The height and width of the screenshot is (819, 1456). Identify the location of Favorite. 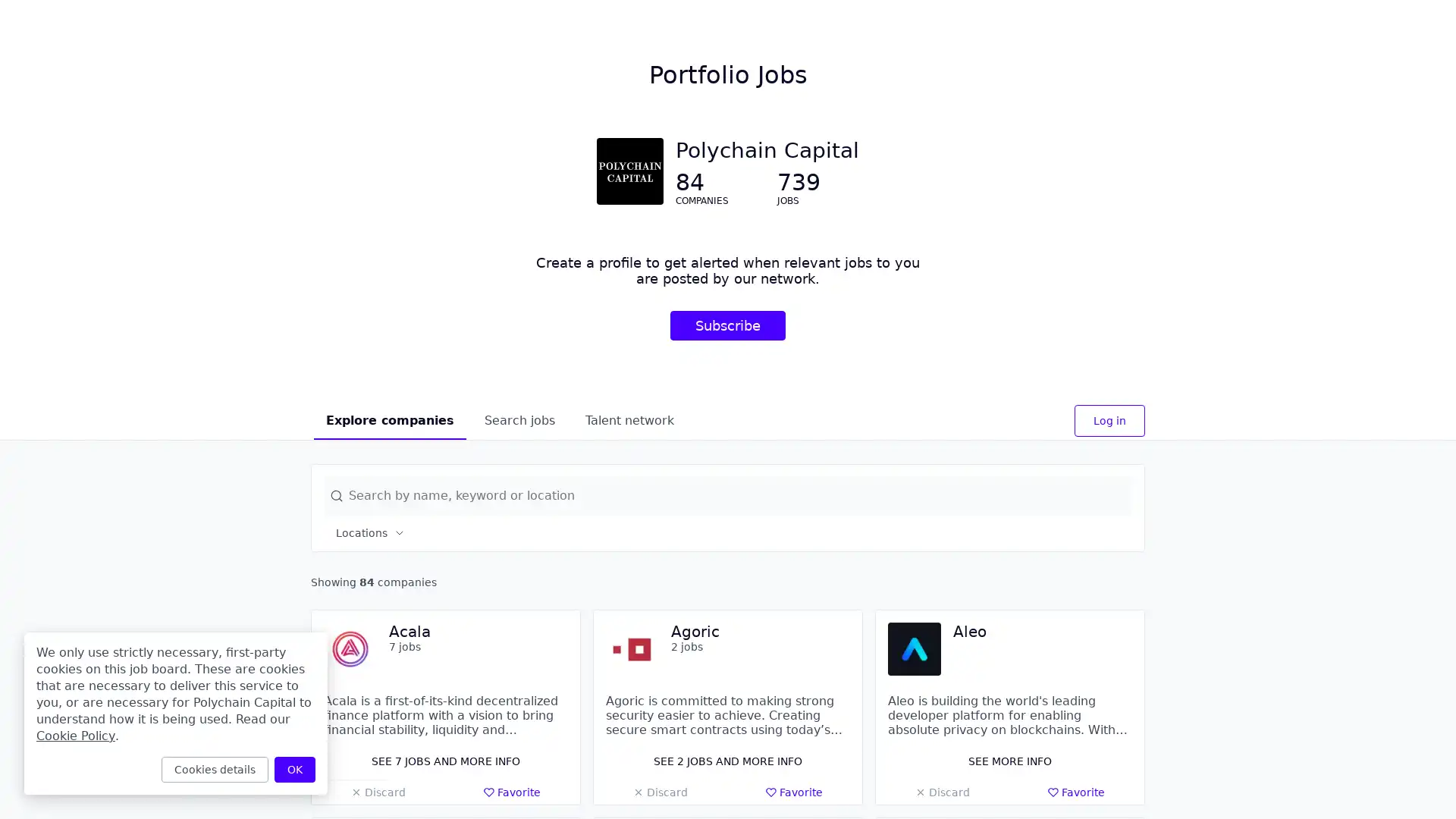
(512, 792).